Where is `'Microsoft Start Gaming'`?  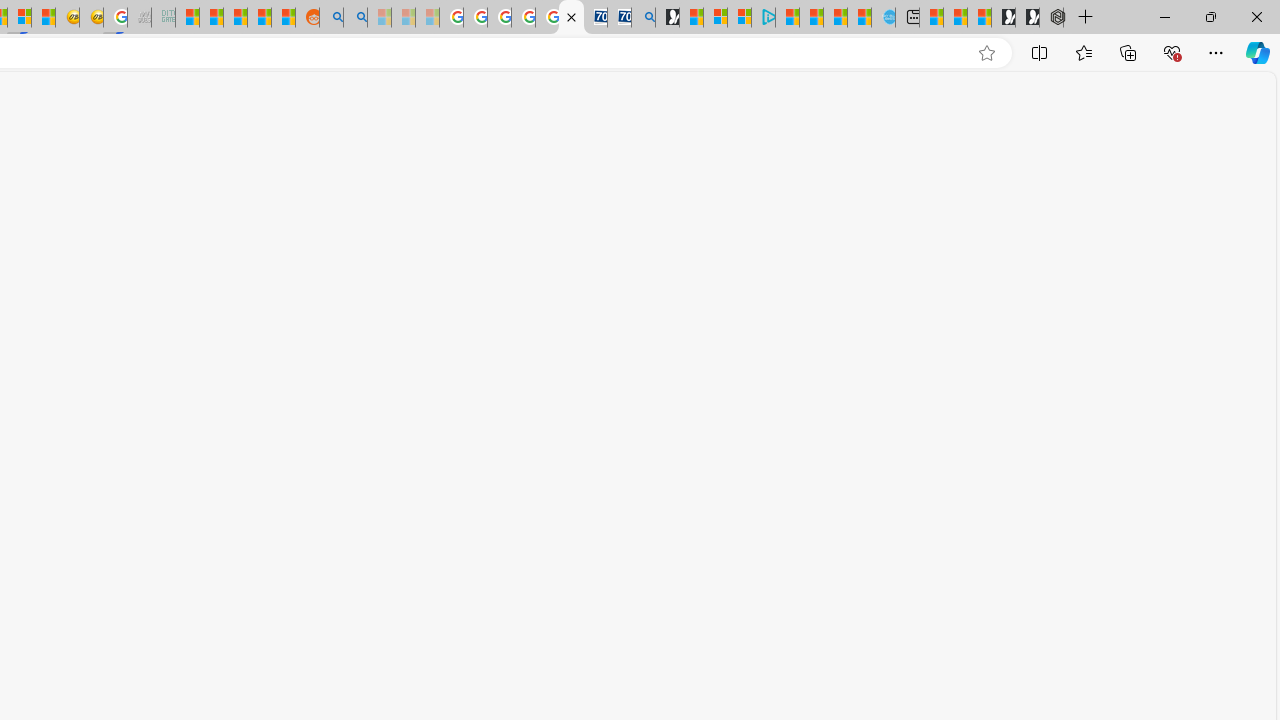 'Microsoft Start Gaming' is located at coordinates (667, 17).